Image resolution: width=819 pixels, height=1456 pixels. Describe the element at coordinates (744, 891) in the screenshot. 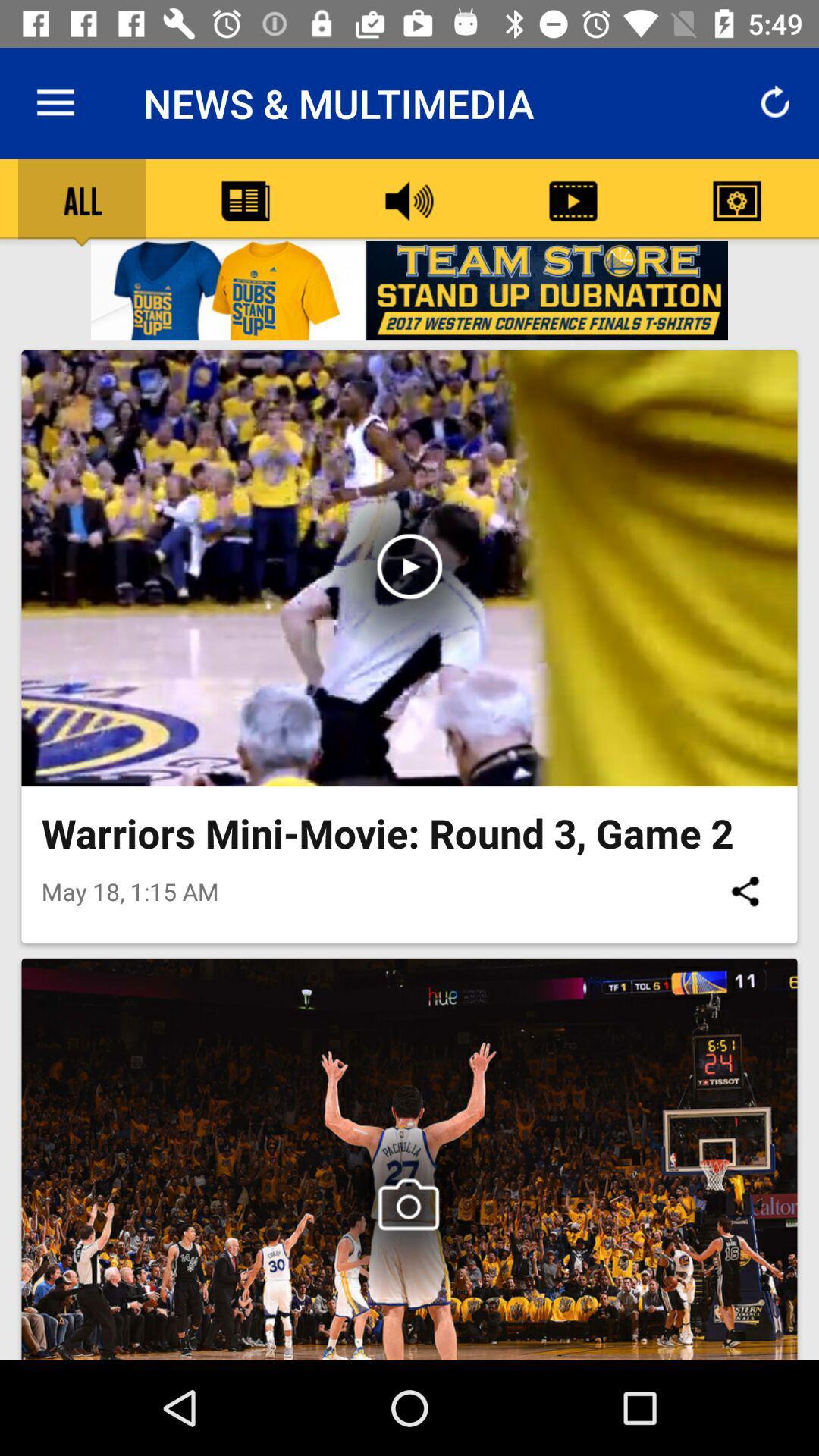

I see `the item on the right` at that location.